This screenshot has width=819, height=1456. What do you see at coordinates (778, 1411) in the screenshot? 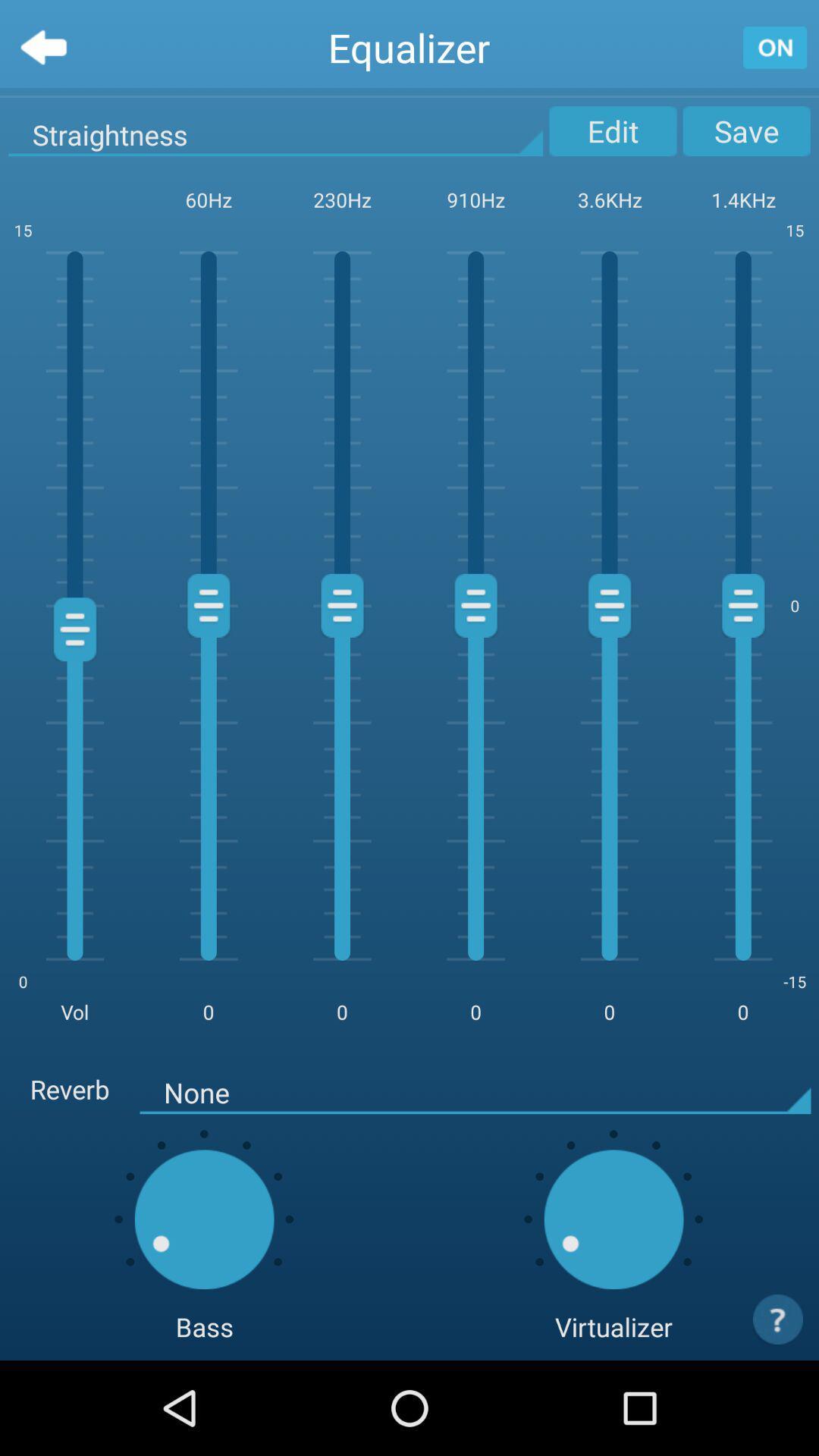
I see `the help icon` at bounding box center [778, 1411].